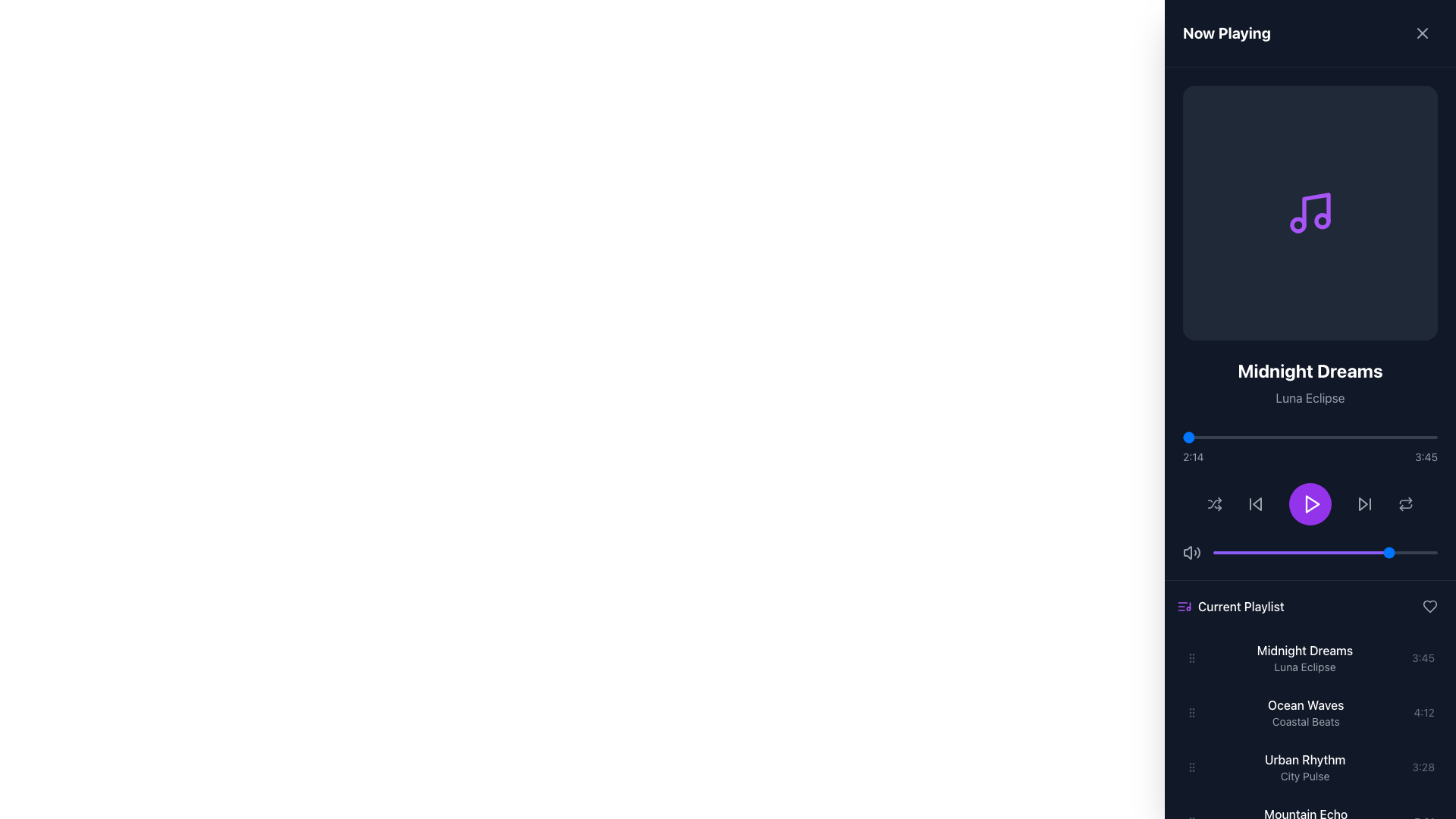 This screenshot has height=819, width=1456. I want to click on the graphical icon component representing the base body of the volume icon, indicative of a speaker or sound source, so click(1187, 553).